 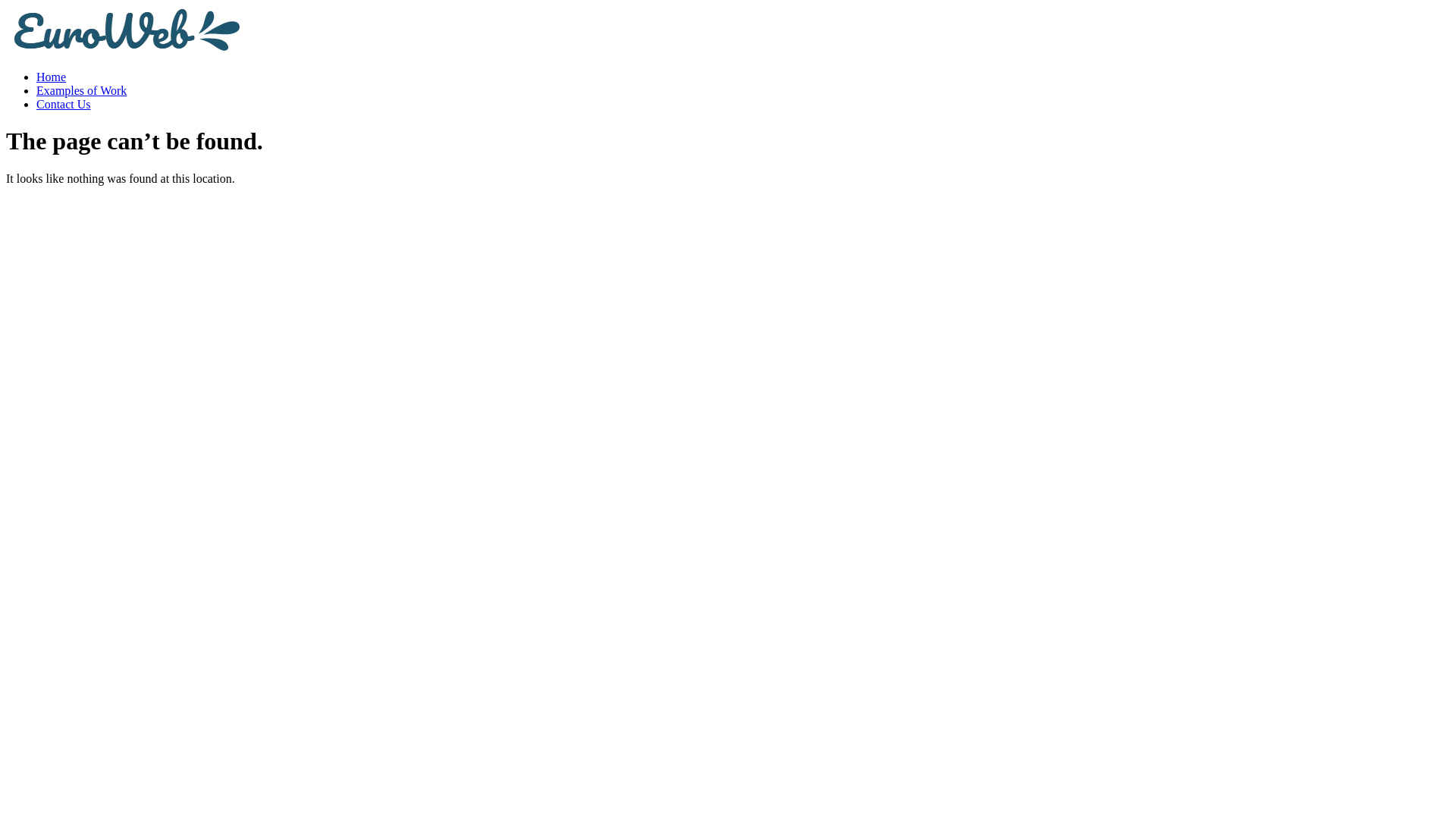 I want to click on 'Examples of Work', so click(x=80, y=90).